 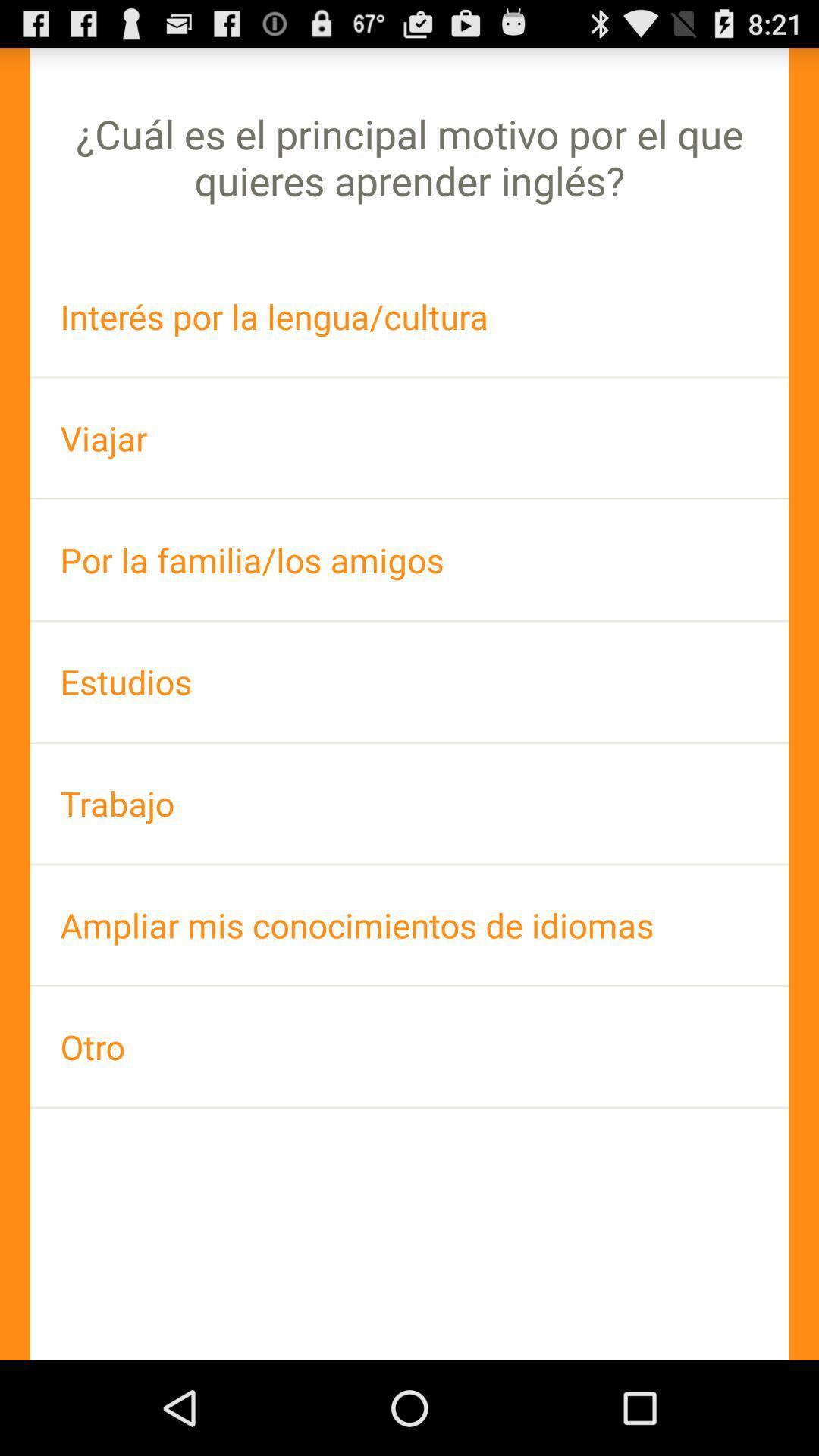 What do you see at coordinates (409, 681) in the screenshot?
I see `the item below por la familia icon` at bounding box center [409, 681].